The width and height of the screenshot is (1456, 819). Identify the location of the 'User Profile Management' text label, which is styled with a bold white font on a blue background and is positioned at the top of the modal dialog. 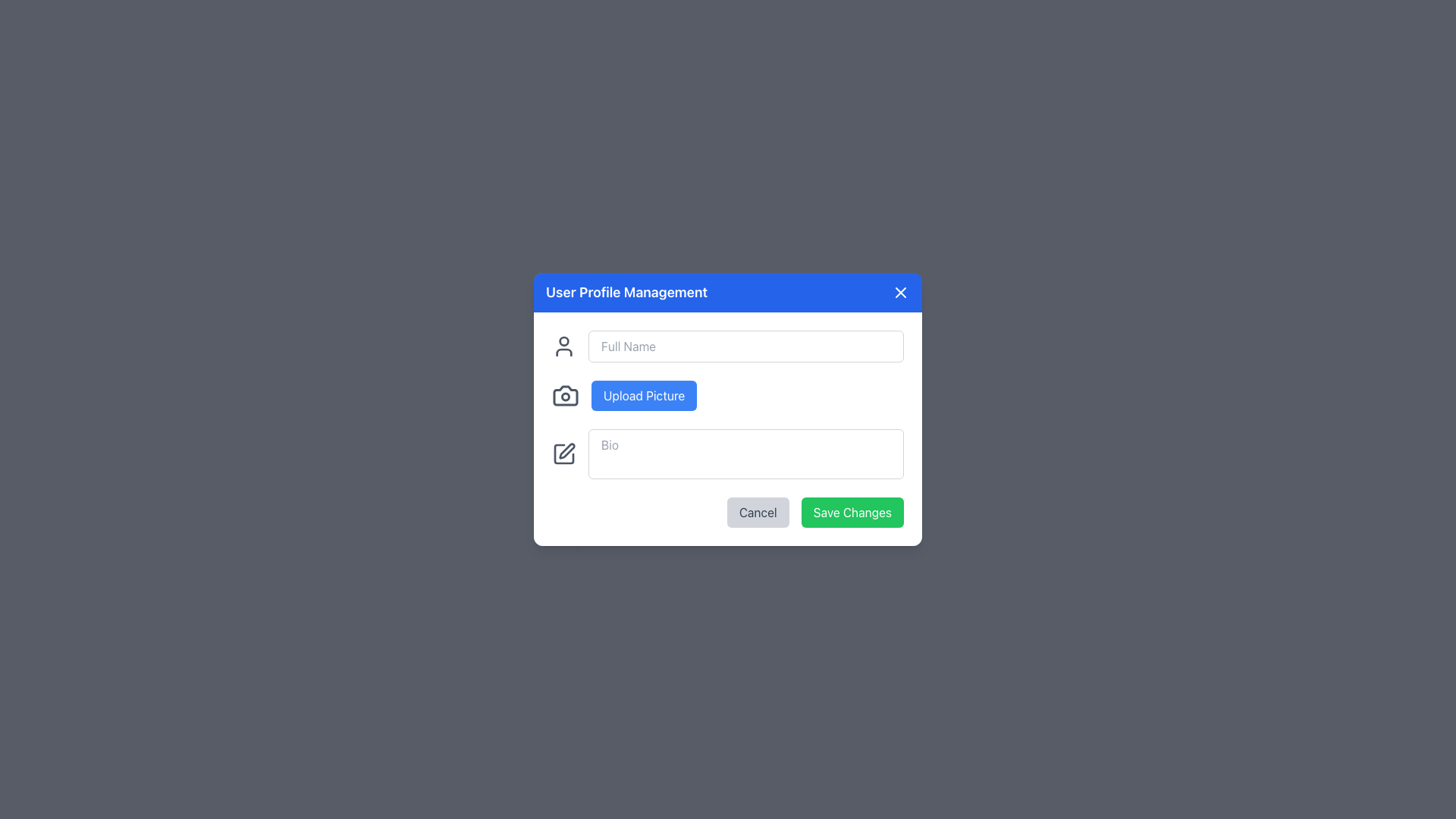
(626, 292).